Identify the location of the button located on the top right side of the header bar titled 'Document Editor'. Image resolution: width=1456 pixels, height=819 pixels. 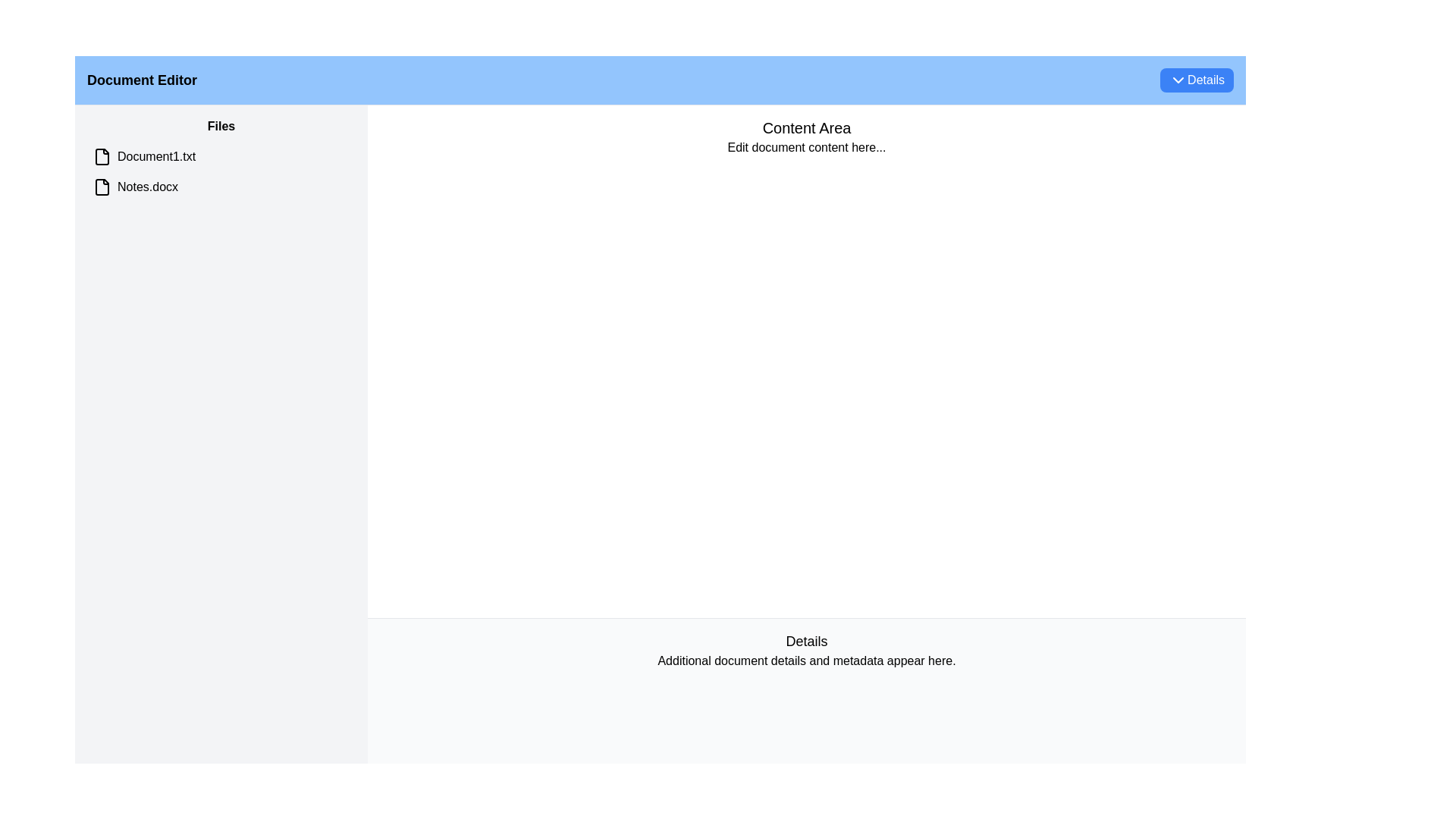
(1196, 80).